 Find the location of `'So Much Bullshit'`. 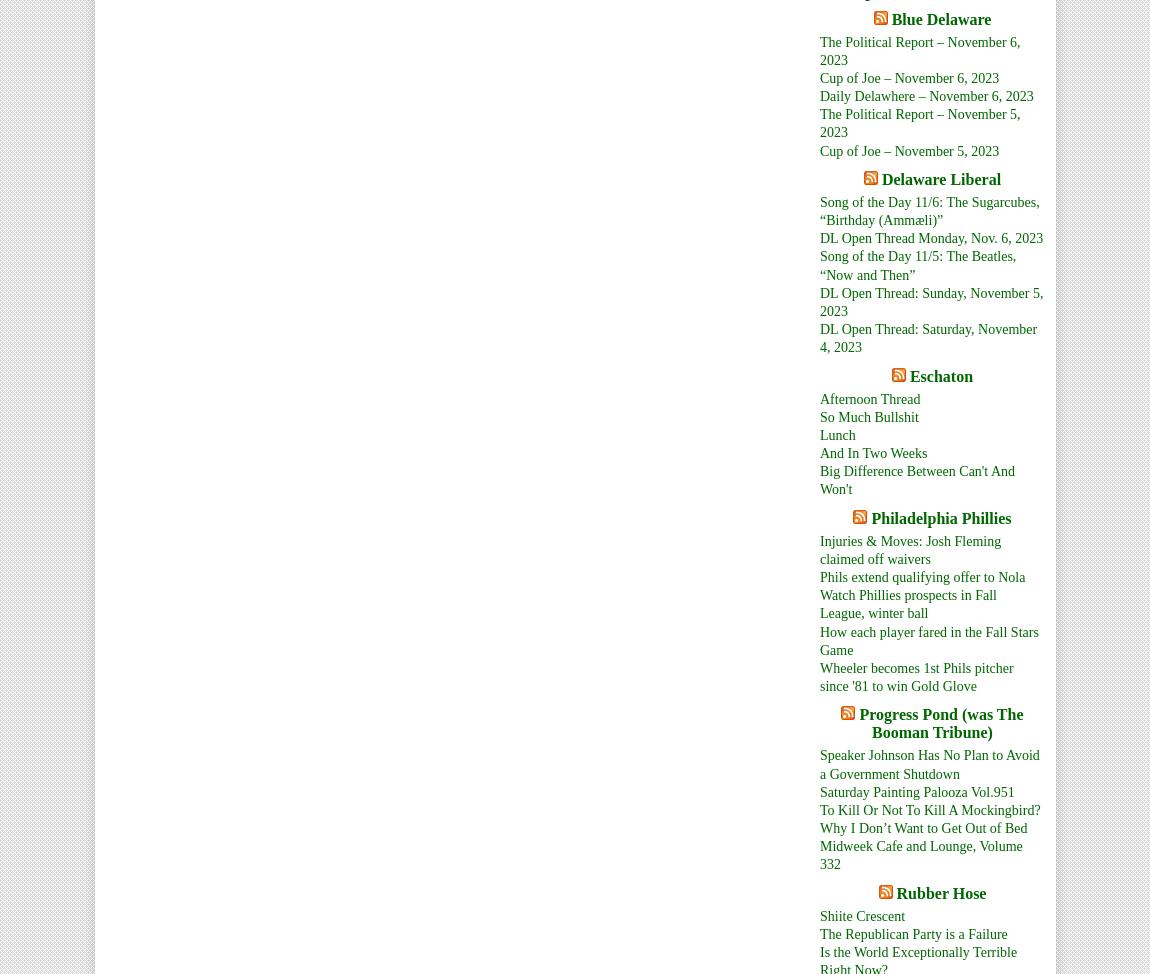

'So Much Bullshit' is located at coordinates (869, 415).